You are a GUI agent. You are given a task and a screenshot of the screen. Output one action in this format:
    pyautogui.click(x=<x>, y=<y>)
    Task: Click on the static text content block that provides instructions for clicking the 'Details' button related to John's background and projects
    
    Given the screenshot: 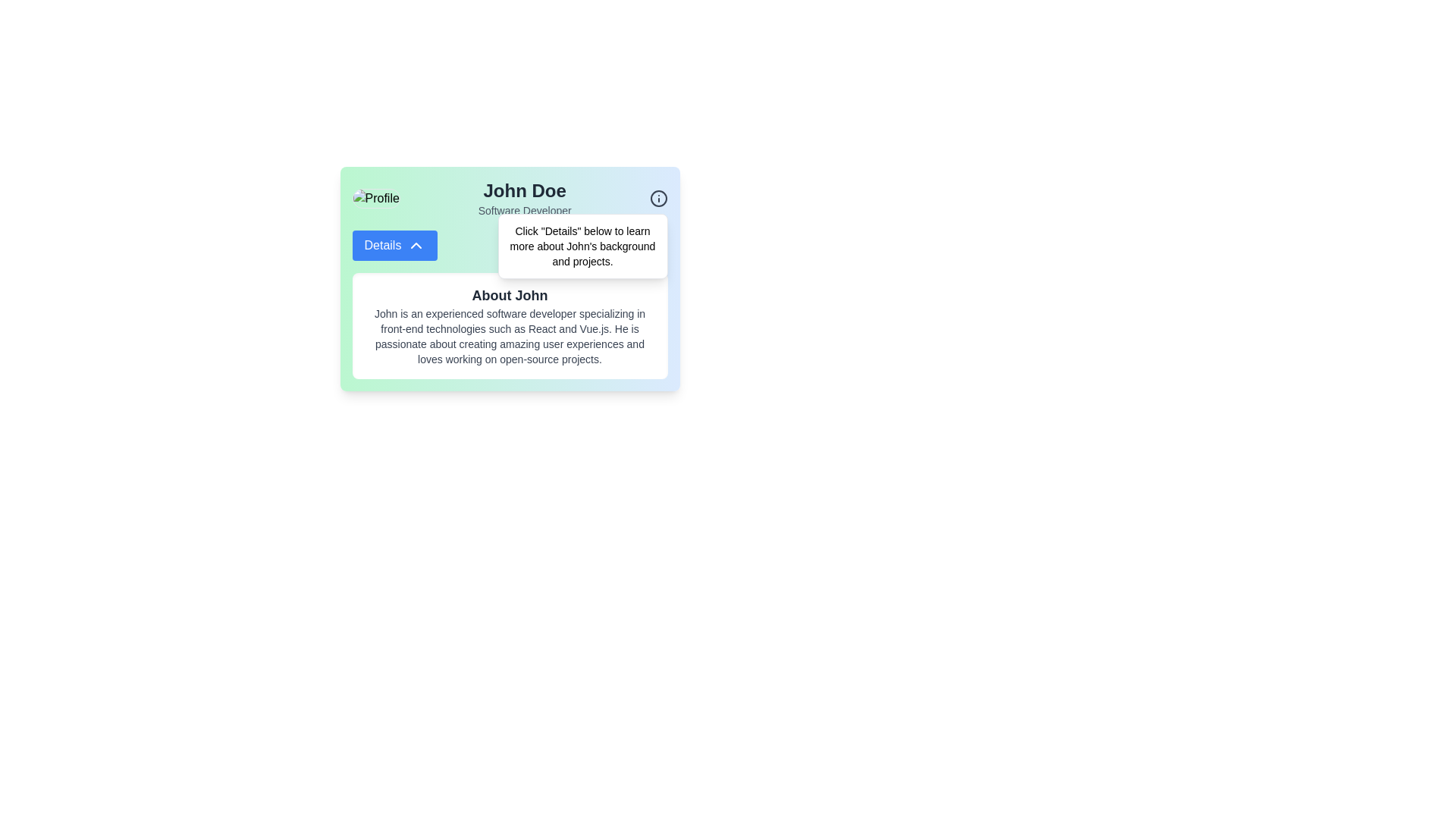 What is the action you would take?
    pyautogui.click(x=582, y=245)
    